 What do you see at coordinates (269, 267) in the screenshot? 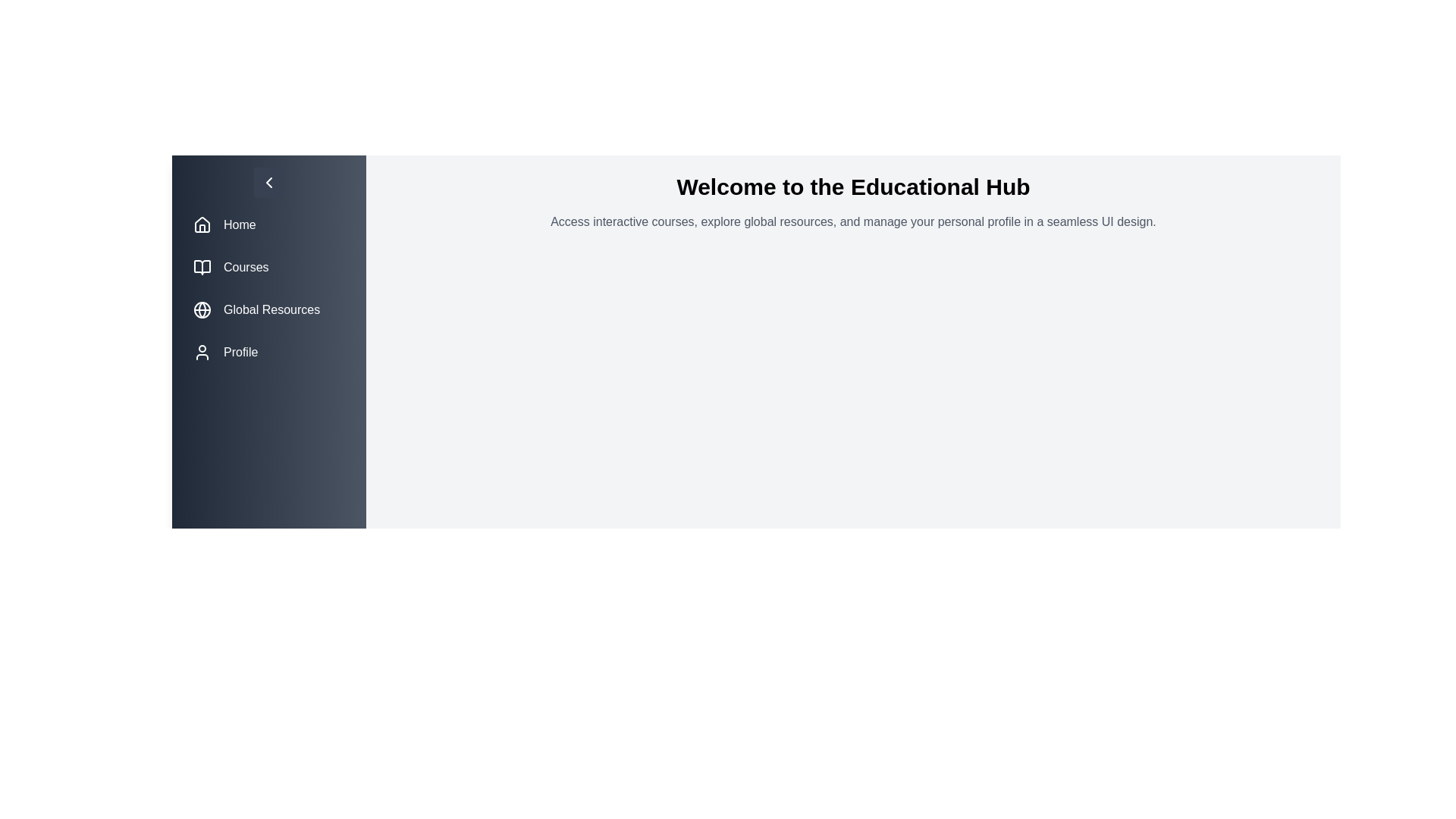
I see `the navigation item labeled Courses` at bounding box center [269, 267].